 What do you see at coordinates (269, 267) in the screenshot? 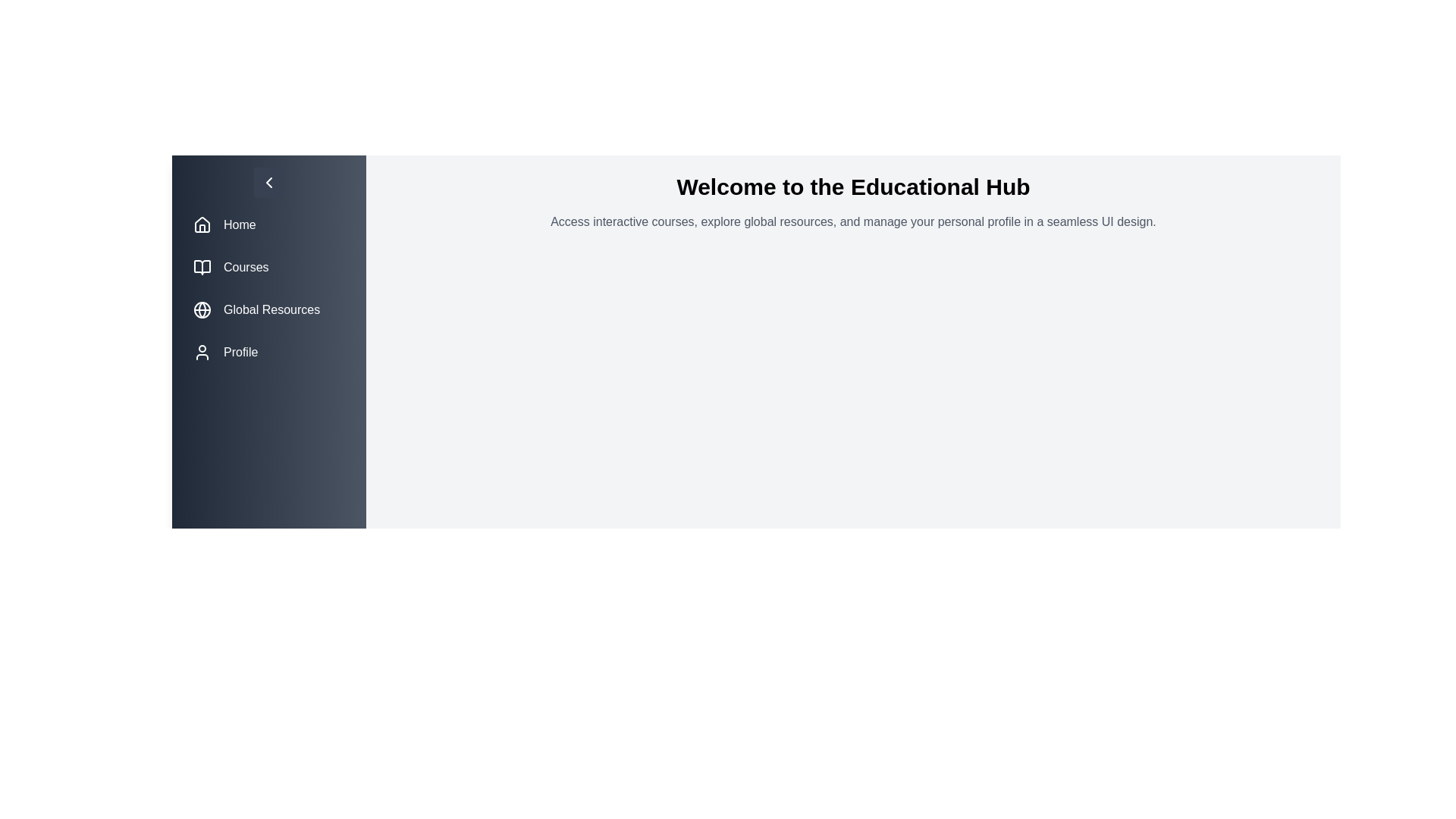
I see `the navigation item labeled Courses` at bounding box center [269, 267].